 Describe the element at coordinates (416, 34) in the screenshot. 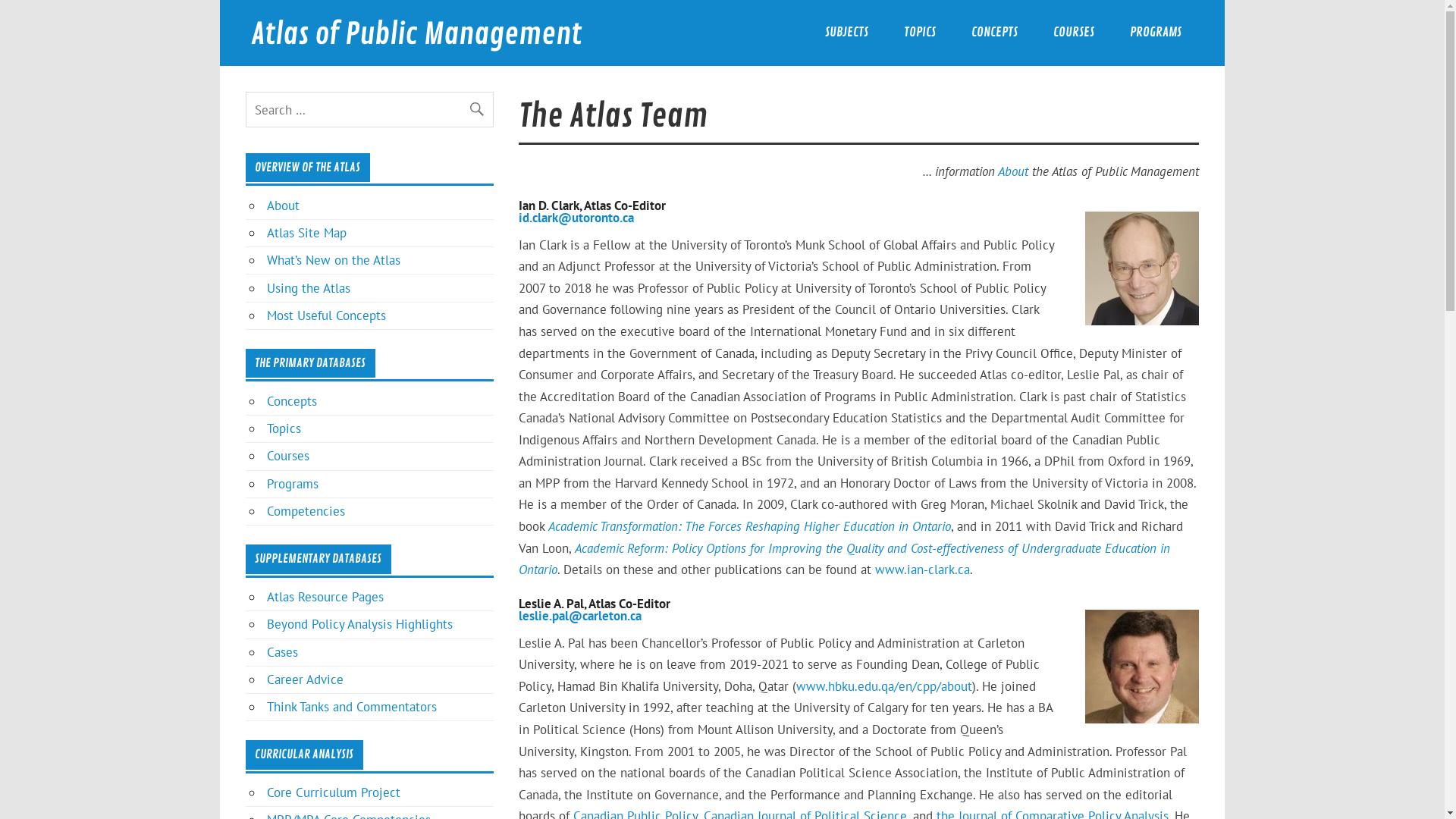

I see `'Atlas of Public Management'` at that location.